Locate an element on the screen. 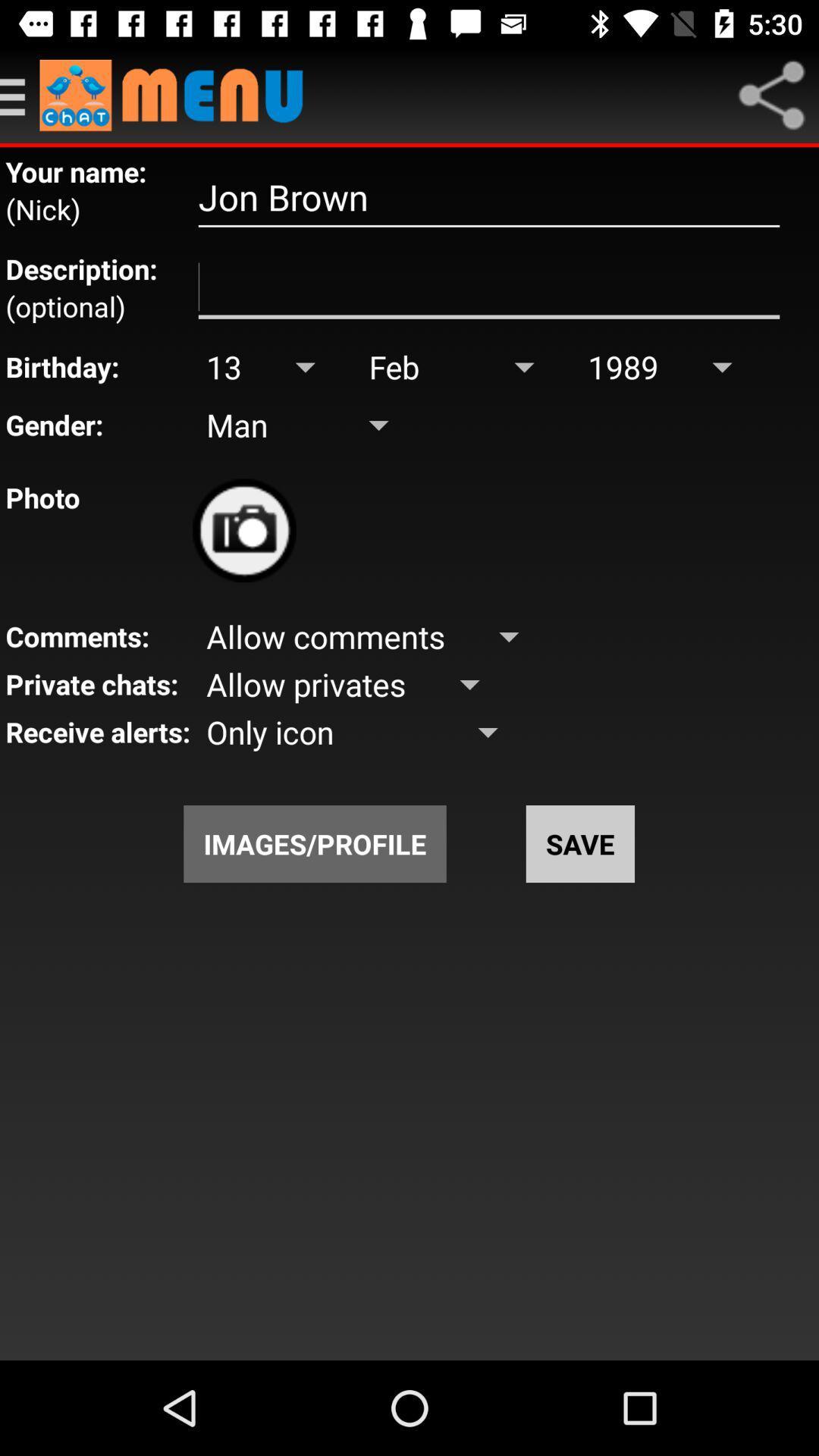  menu is located at coordinates (20, 94).